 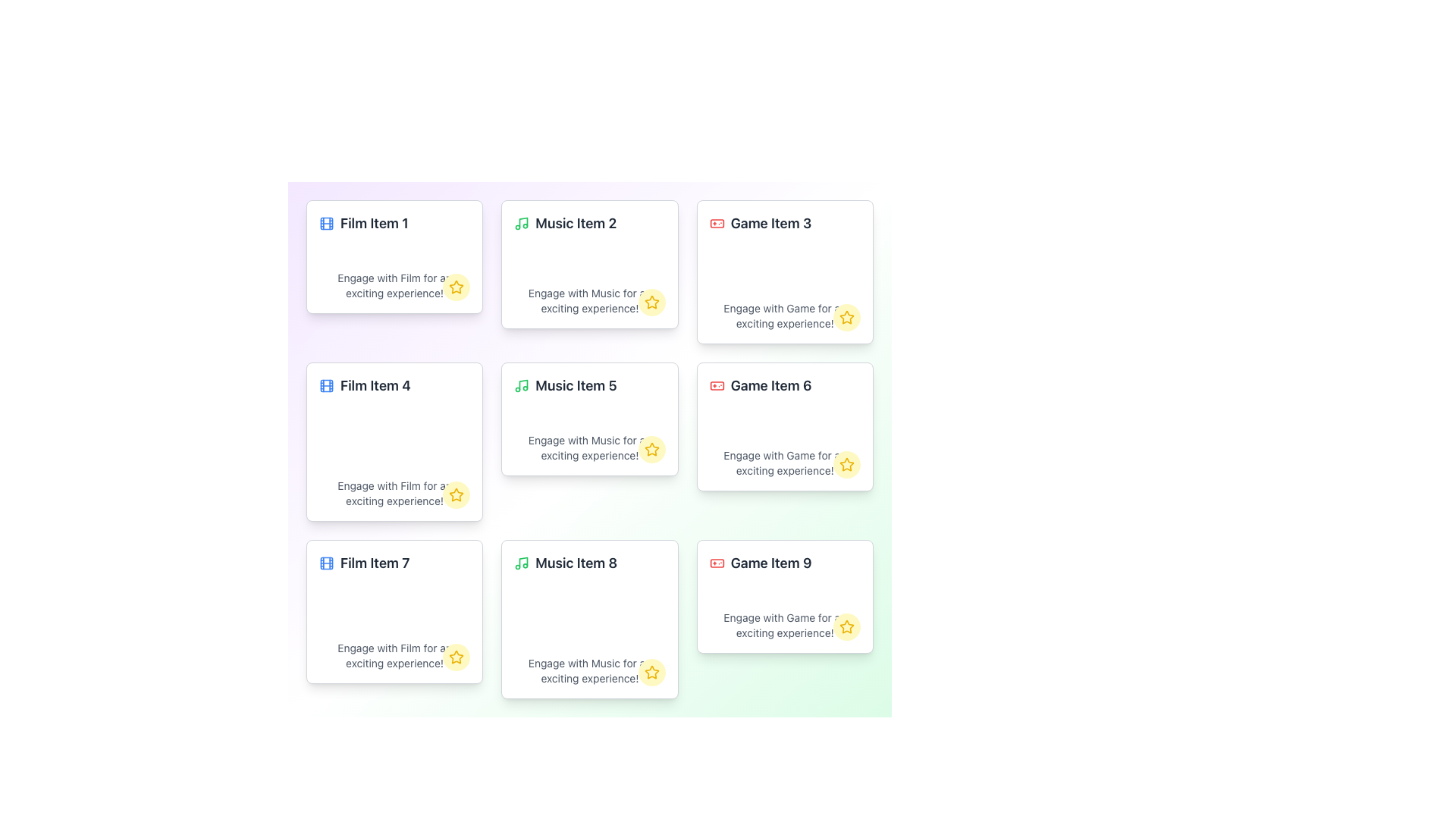 I want to click on the star icon located in the bottom-right corner of the card titled 'Film Item 7' to mark or rate the associated content, so click(x=455, y=657).